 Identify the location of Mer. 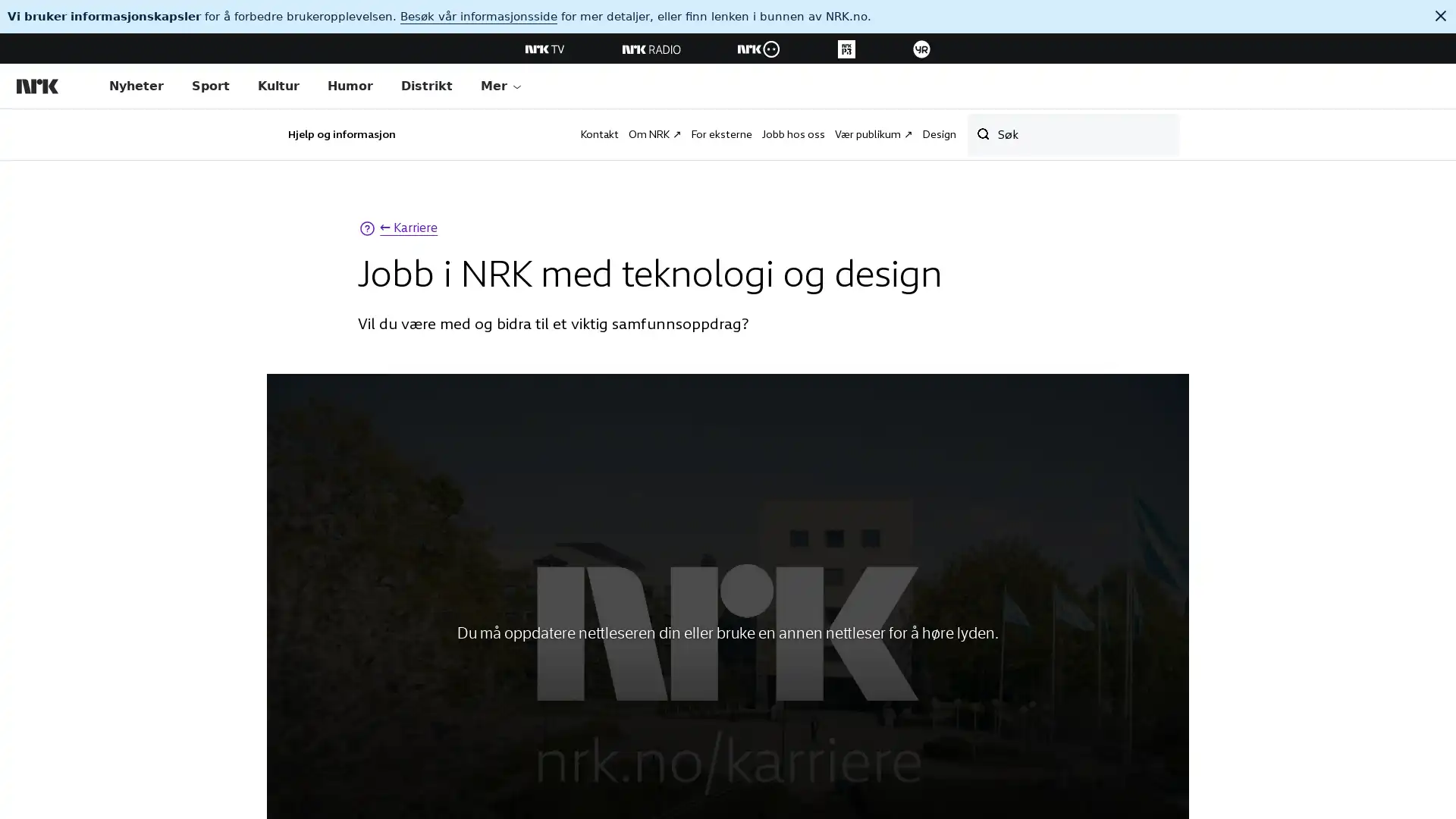
(501, 86).